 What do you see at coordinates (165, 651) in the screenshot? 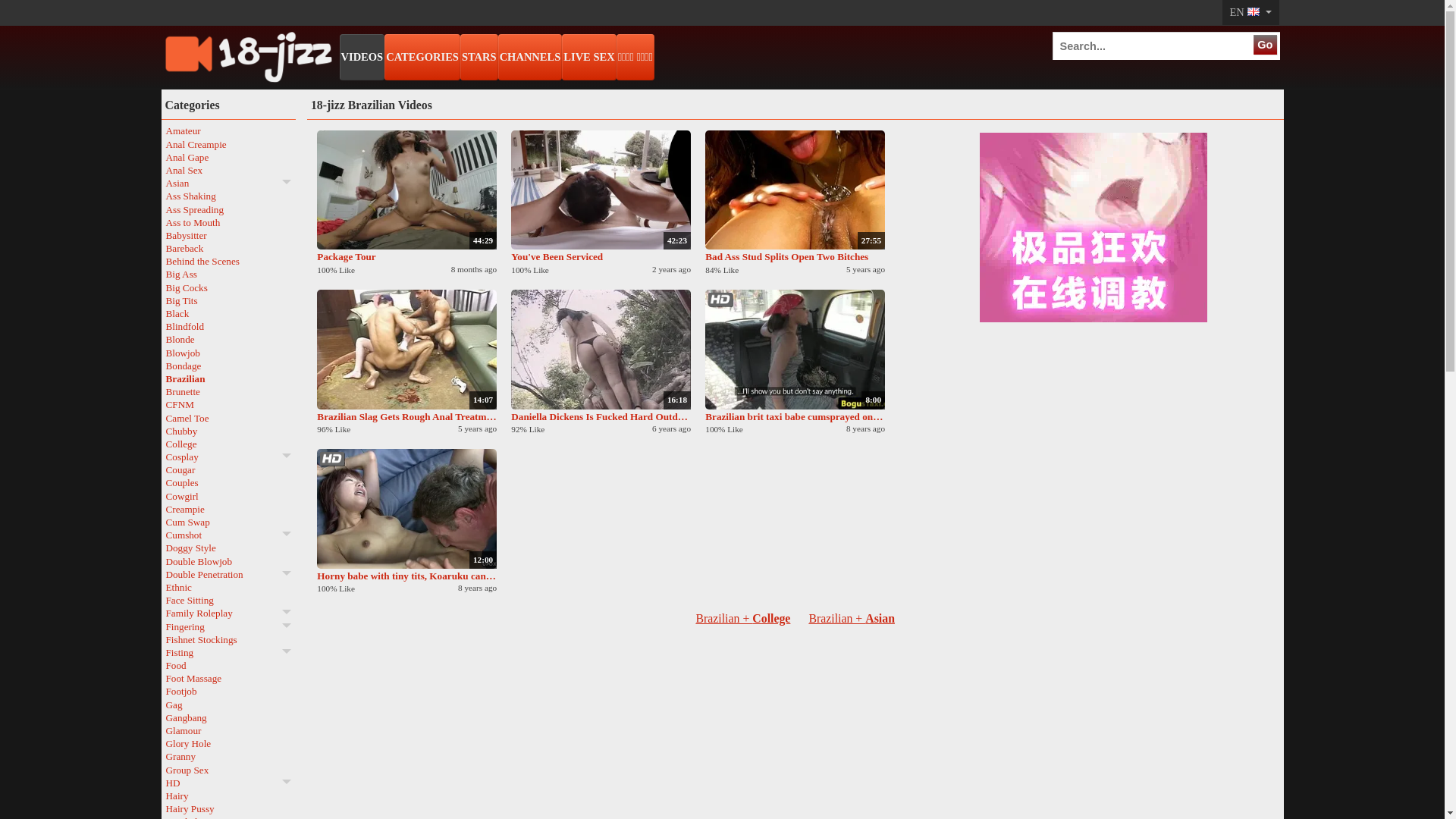
I see `'Fisting'` at bounding box center [165, 651].